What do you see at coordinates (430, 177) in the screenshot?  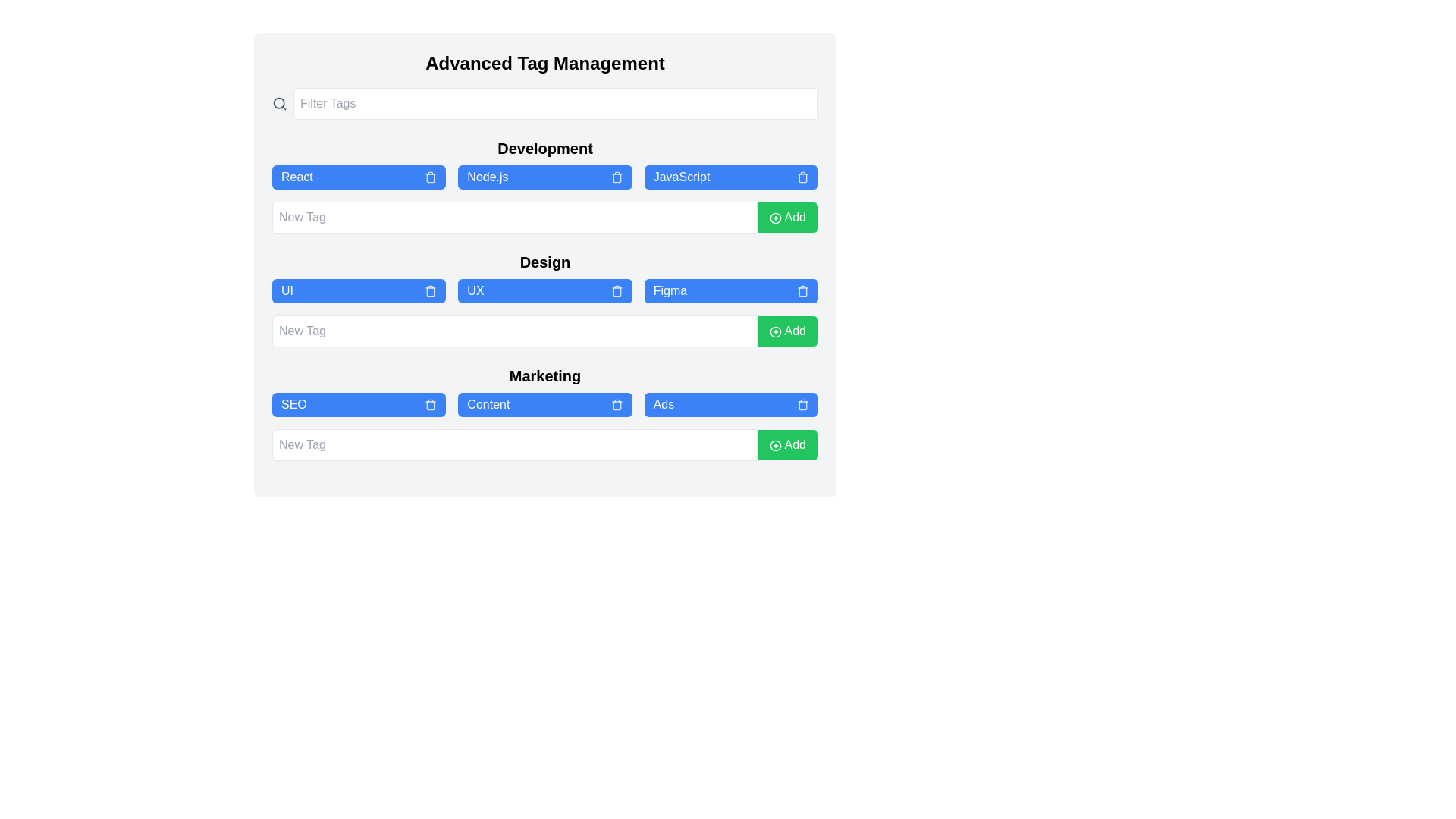 I see `the delete button icon for the 'React' tag in the 'Development' section, which is part of a row of blue labels at the top of the interface` at bounding box center [430, 177].